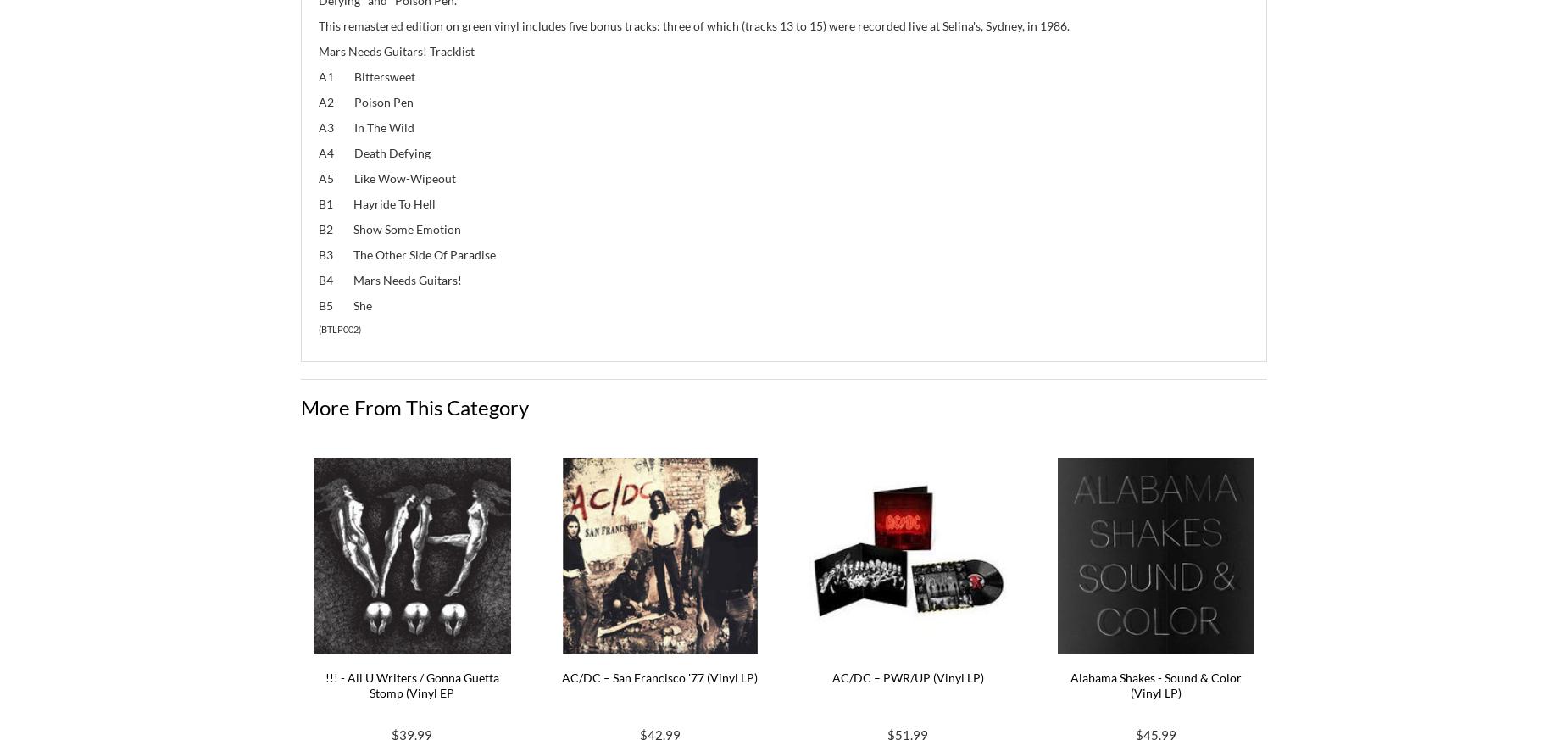 This screenshot has height=740, width=1568. What do you see at coordinates (1154, 685) in the screenshot?
I see `'Alabama Shakes - Sound & Color (Vinyl LP)'` at bounding box center [1154, 685].